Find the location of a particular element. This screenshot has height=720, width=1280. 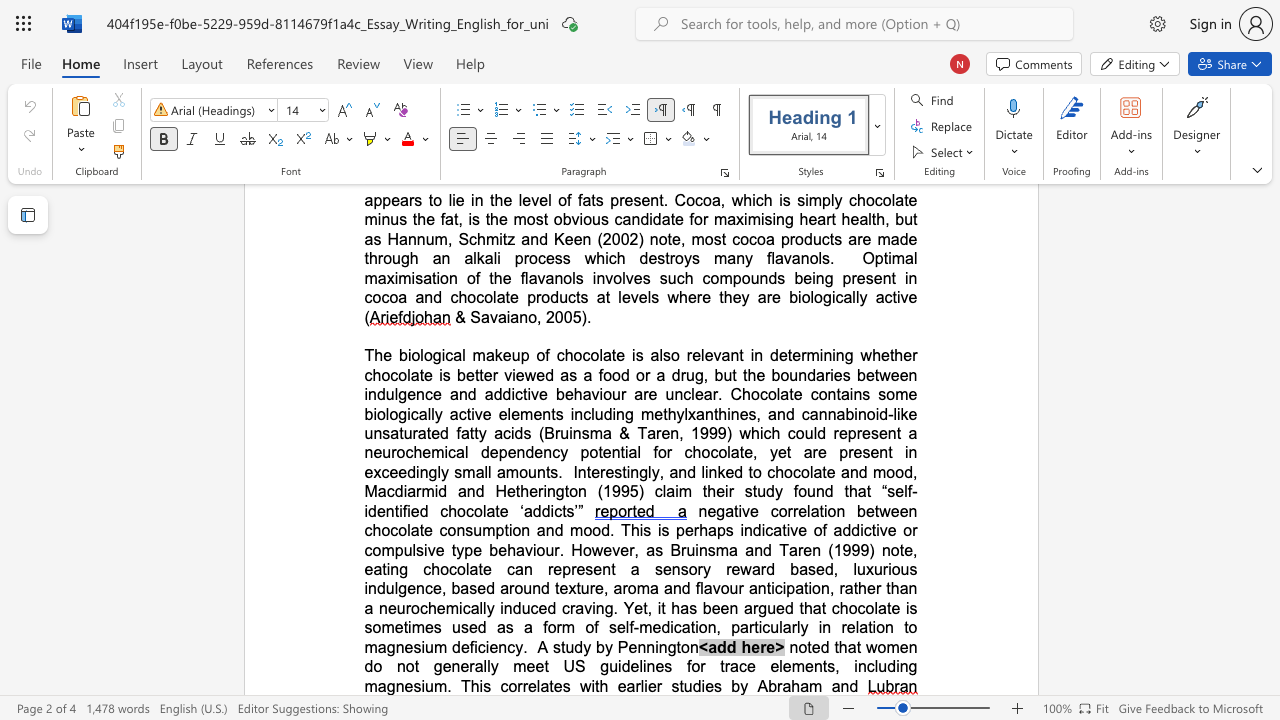

the subset text "guide" within the text "US guidelines for trace elements, including magnesium. This correlates with earlier studies by Abraham and" is located at coordinates (599, 666).